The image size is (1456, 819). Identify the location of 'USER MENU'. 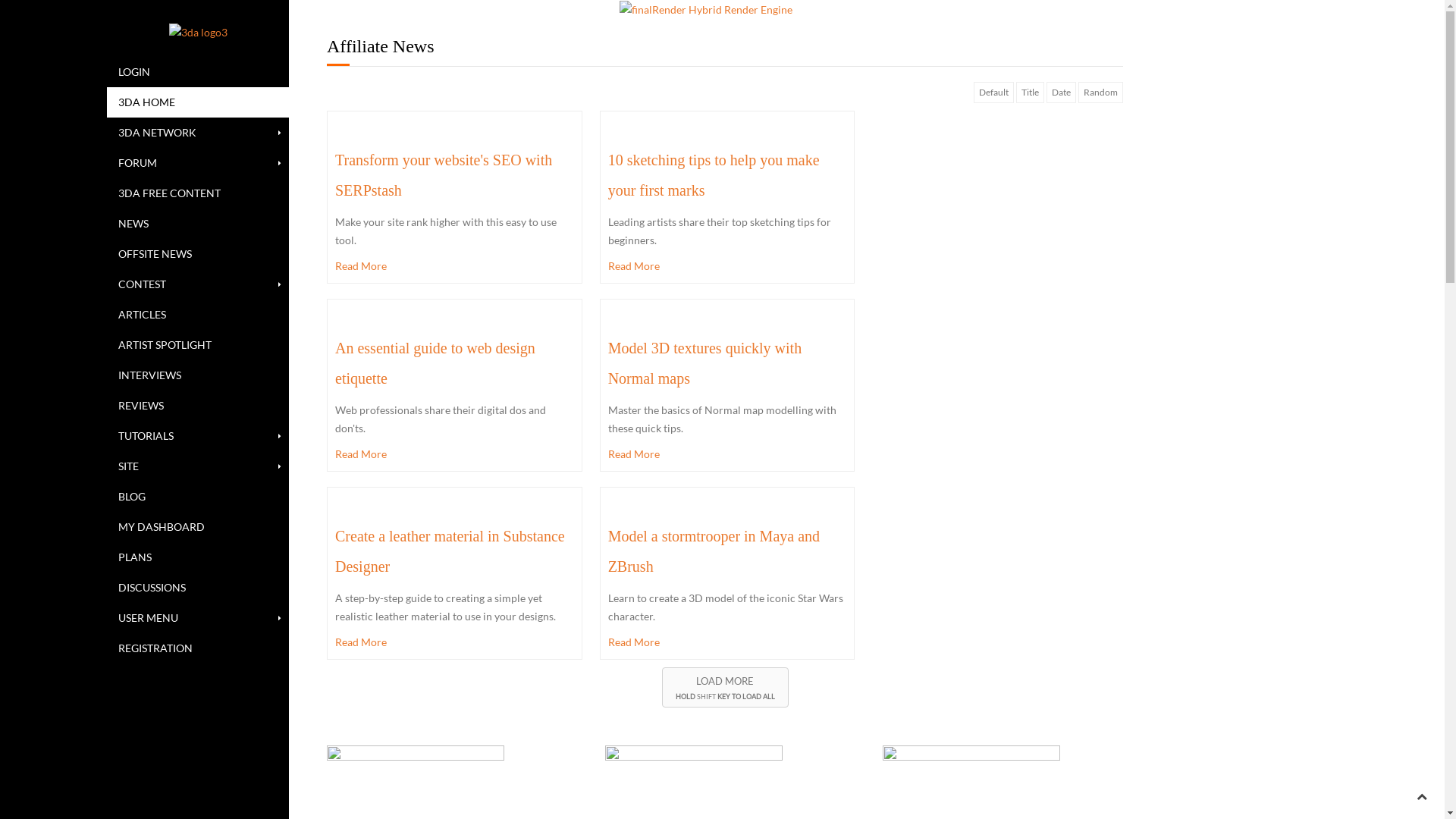
(196, 617).